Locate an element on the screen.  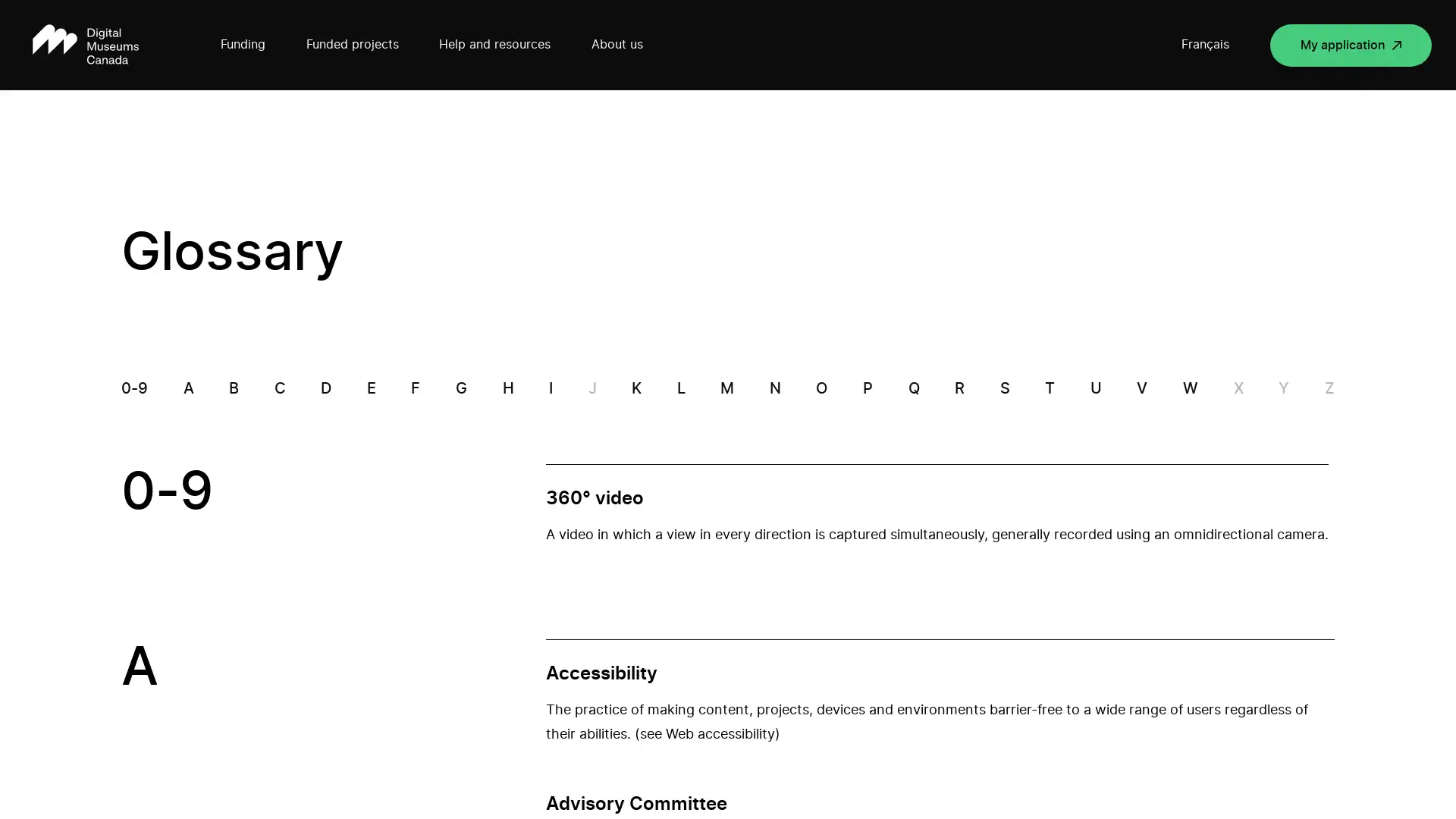
N is located at coordinates (774, 388).